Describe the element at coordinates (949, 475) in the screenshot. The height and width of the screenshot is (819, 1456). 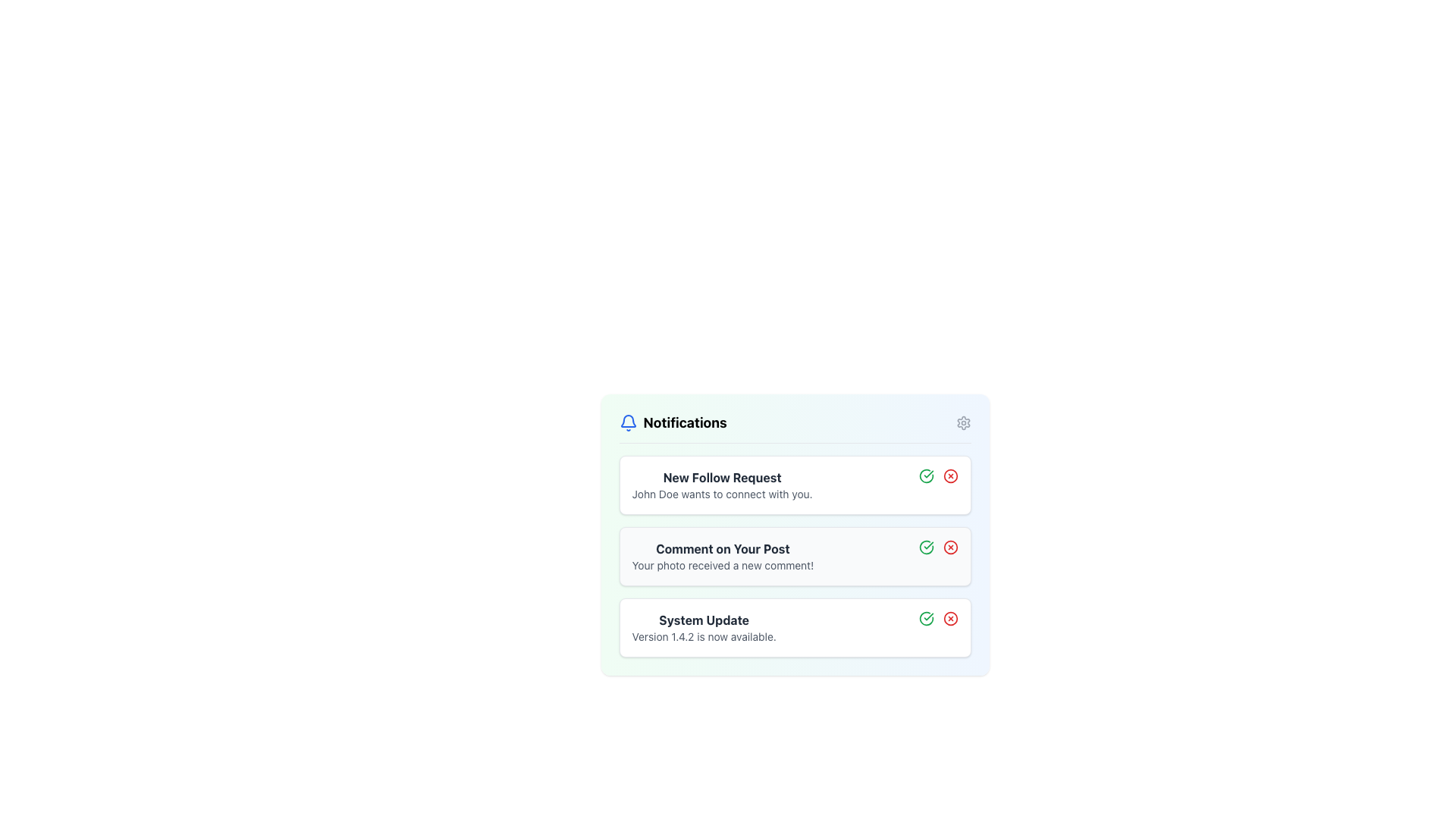
I see `the dismiss icon button located on the far right of the 'New Follow Request' notification` at that location.